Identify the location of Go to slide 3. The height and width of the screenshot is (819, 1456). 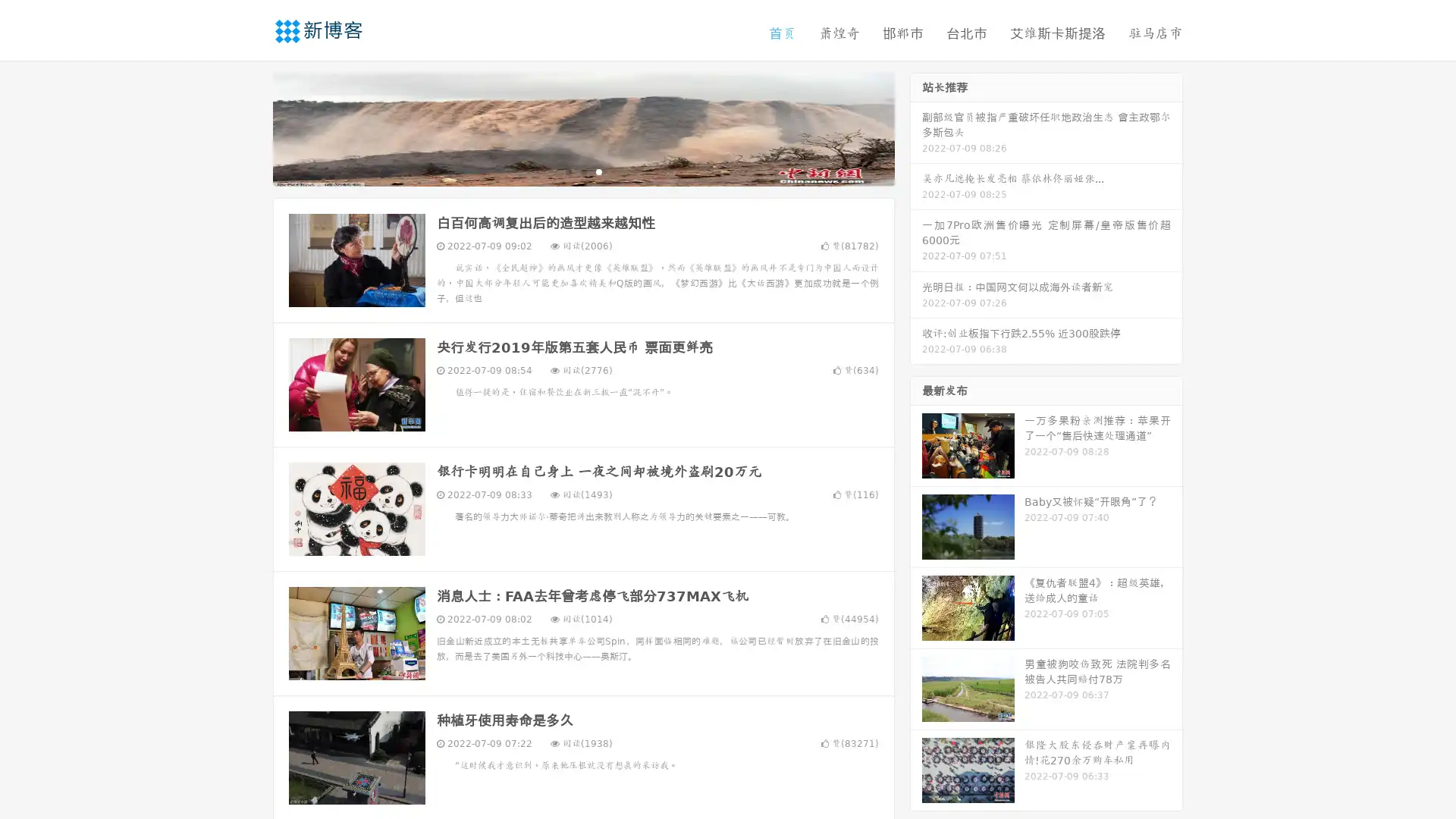
(598, 171).